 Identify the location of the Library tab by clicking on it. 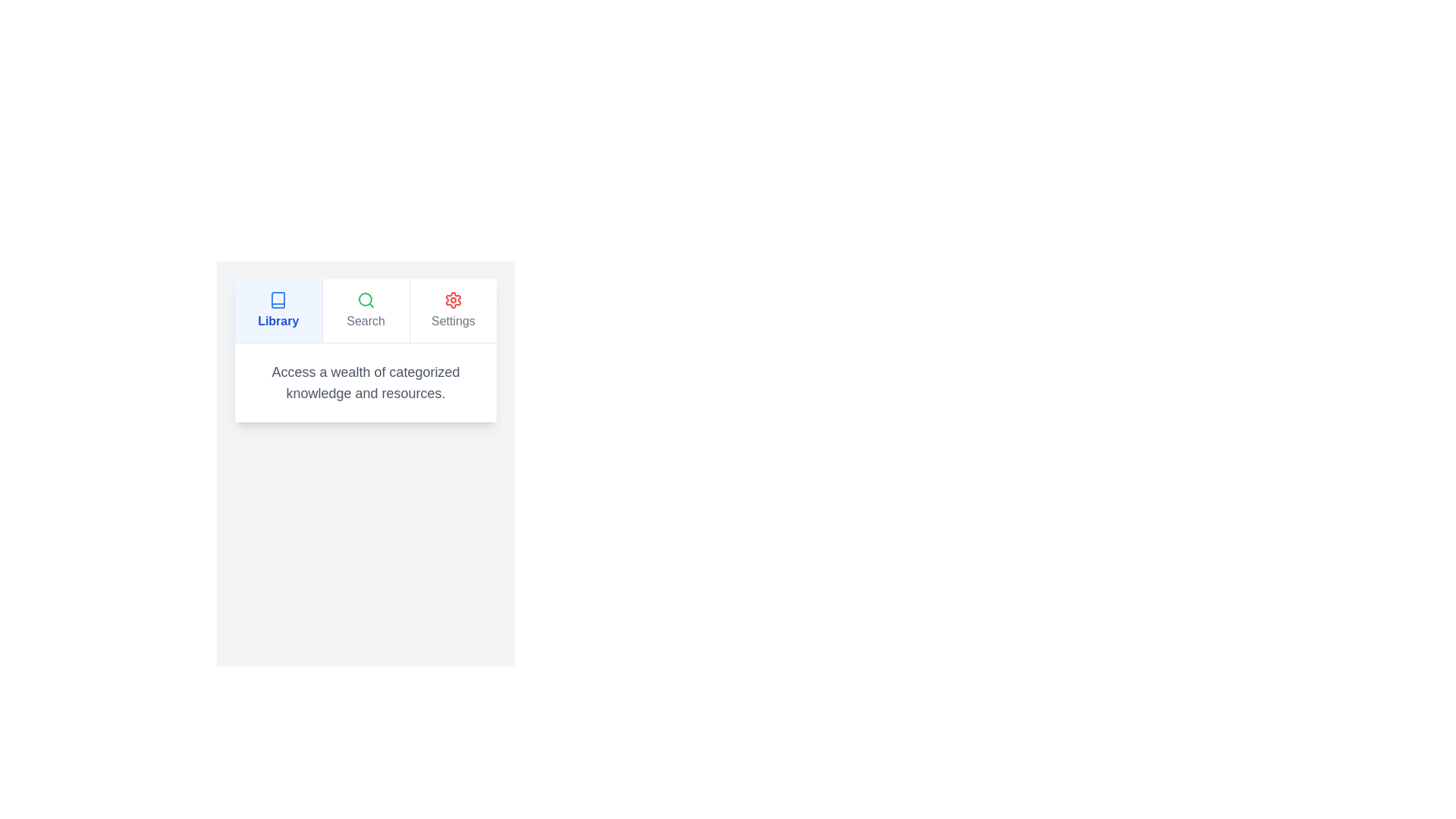
(278, 309).